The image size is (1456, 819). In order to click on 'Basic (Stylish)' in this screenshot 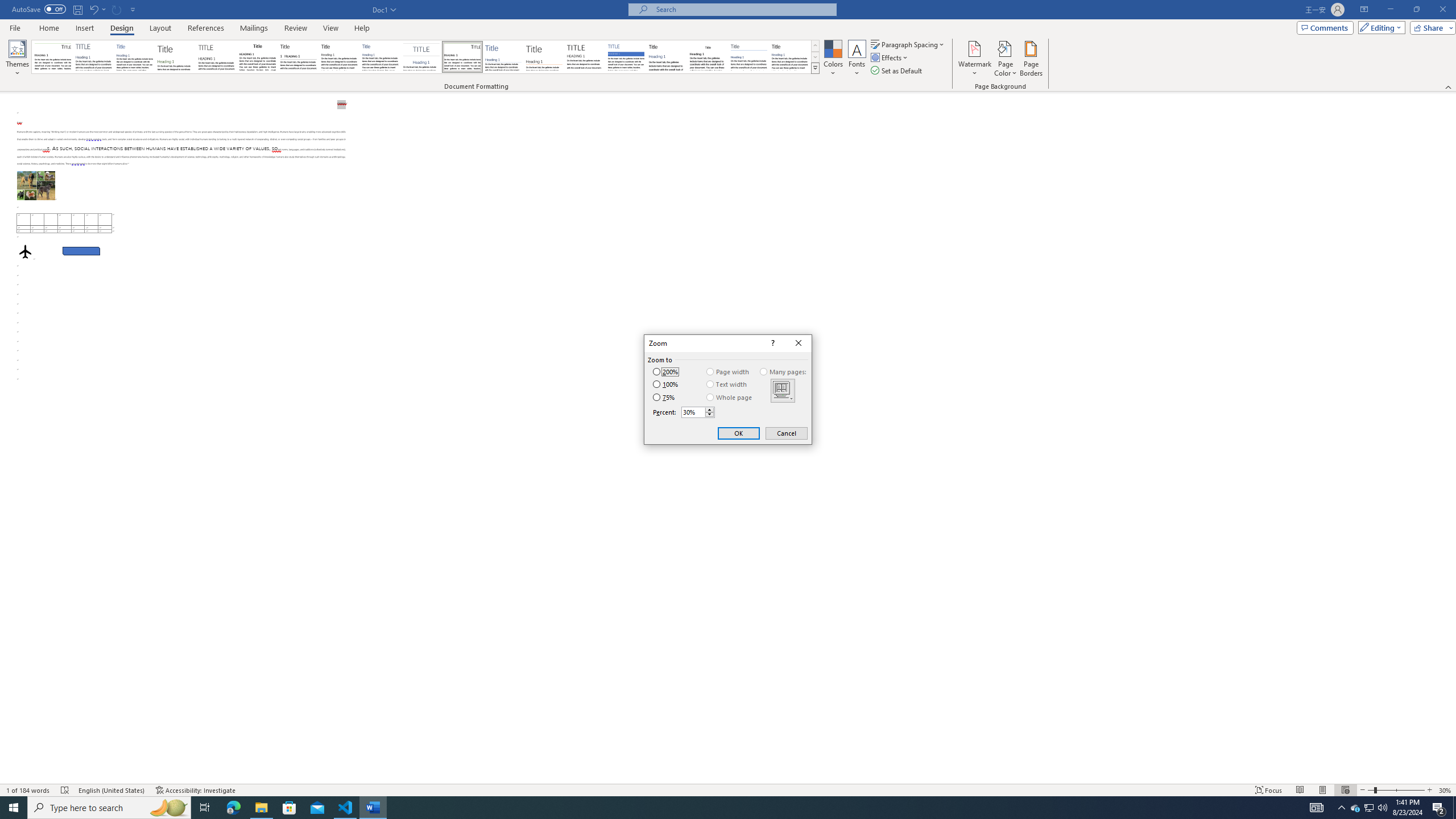, I will do `click(176, 56)`.